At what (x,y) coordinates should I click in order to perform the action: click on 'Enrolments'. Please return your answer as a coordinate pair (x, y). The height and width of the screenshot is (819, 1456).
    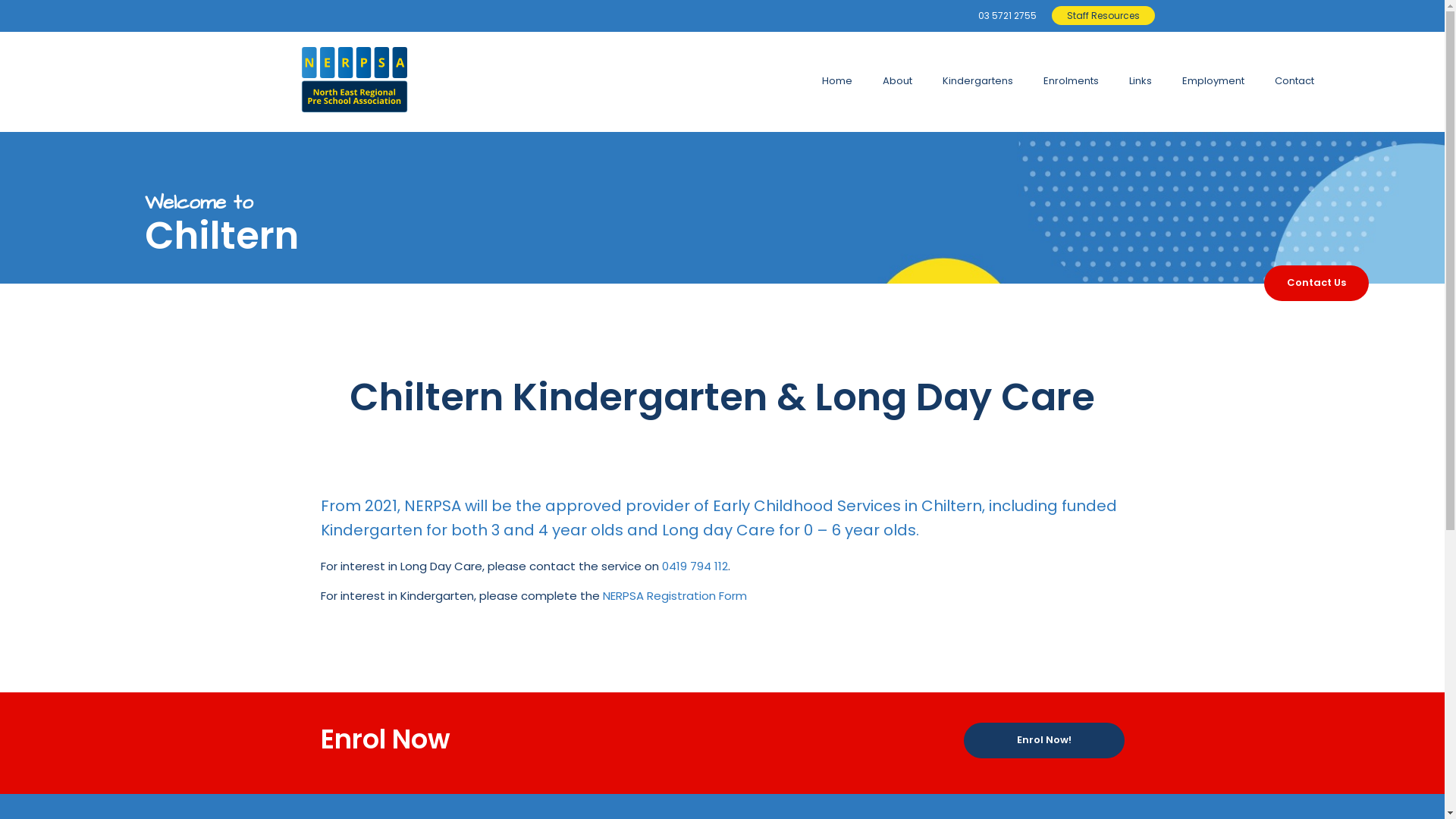
    Looking at the image, I should click on (1070, 80).